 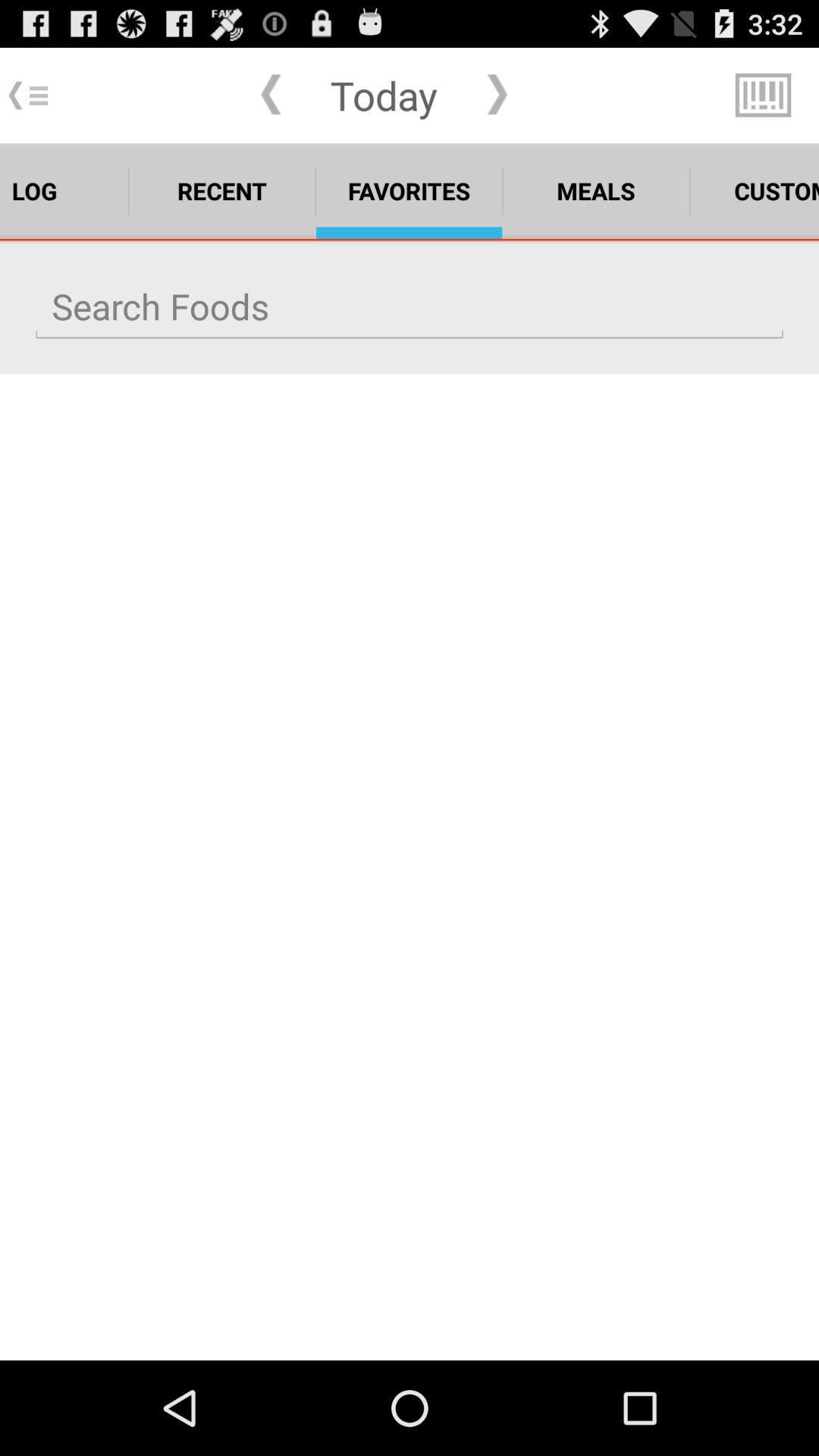 What do you see at coordinates (383, 94) in the screenshot?
I see `the today item` at bounding box center [383, 94].